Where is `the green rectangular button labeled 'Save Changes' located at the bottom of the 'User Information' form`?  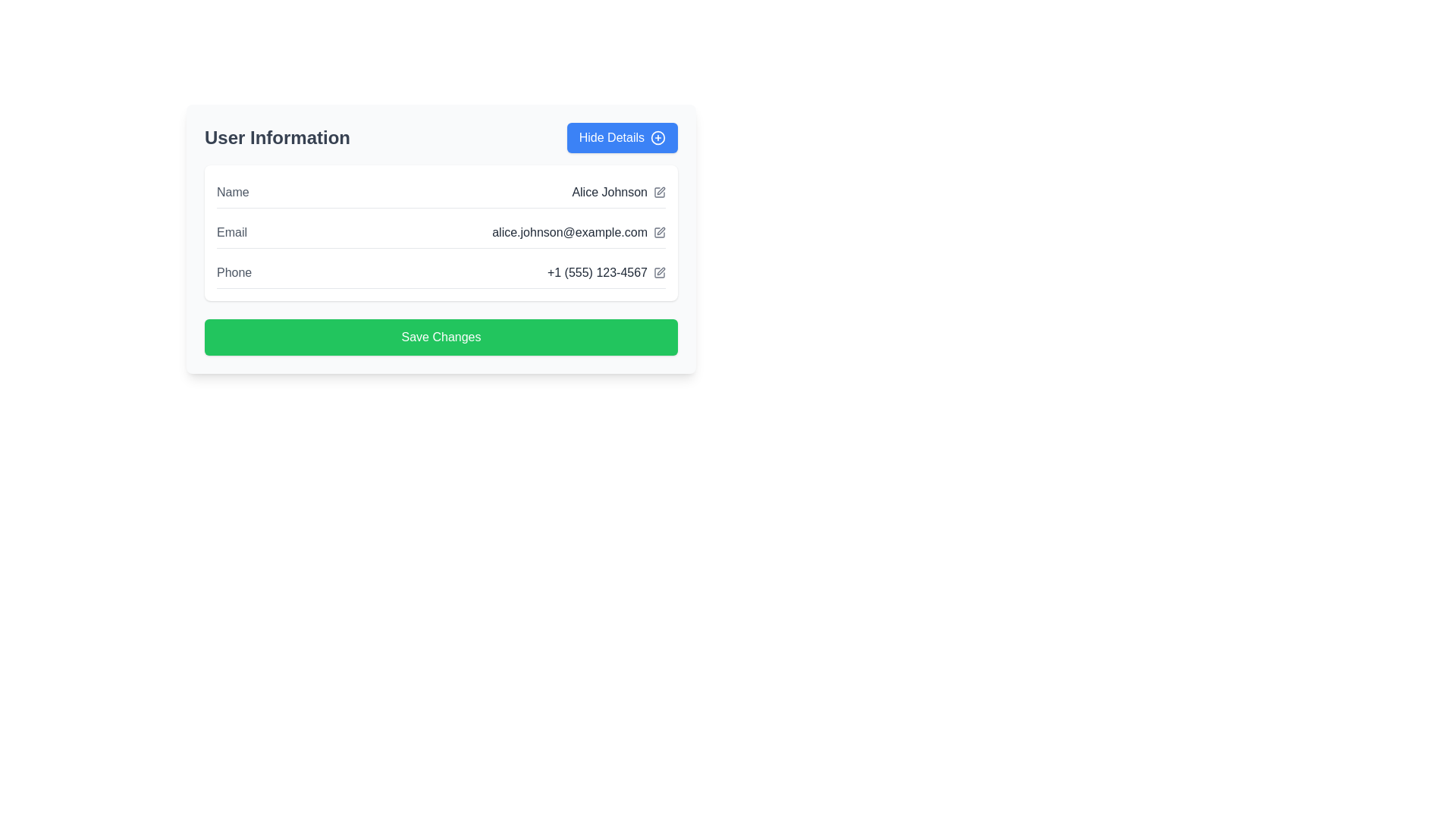
the green rectangular button labeled 'Save Changes' located at the bottom of the 'User Information' form is located at coordinates (440, 336).